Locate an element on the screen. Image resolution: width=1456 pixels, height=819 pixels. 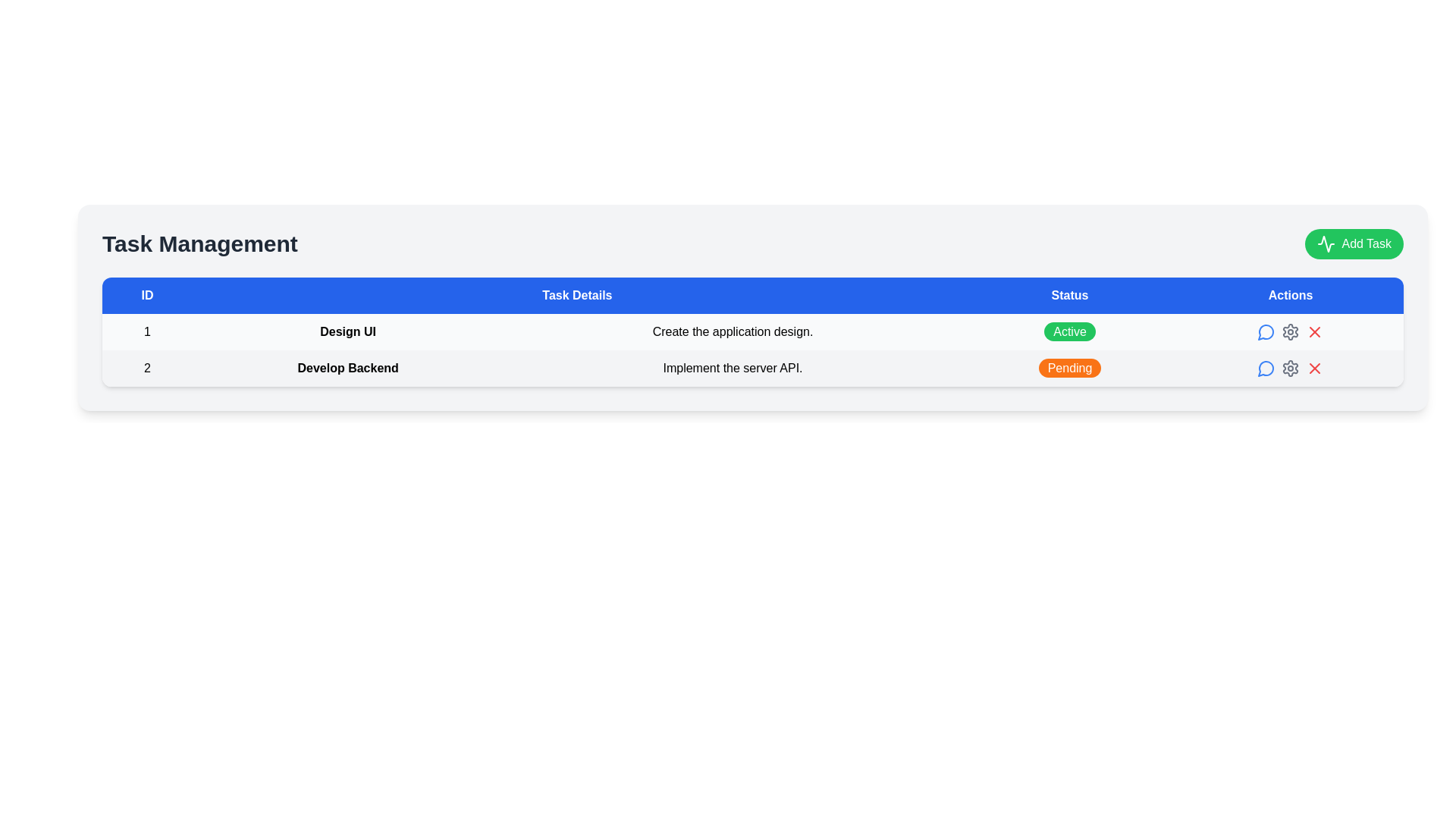
the Settings icon button located in the Actions column of the second row is located at coordinates (1290, 331).